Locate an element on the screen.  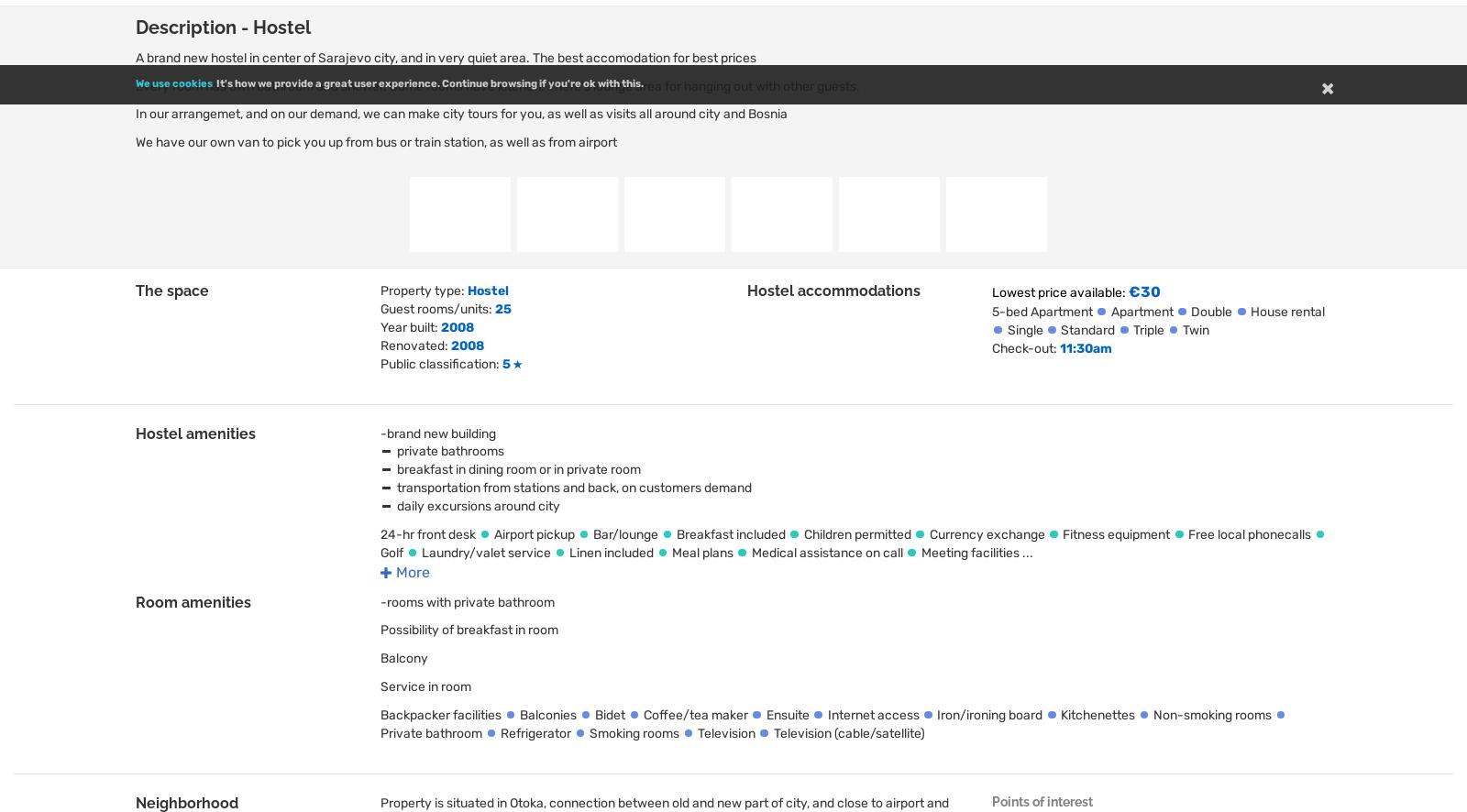
'€30' is located at coordinates (1142, 291).